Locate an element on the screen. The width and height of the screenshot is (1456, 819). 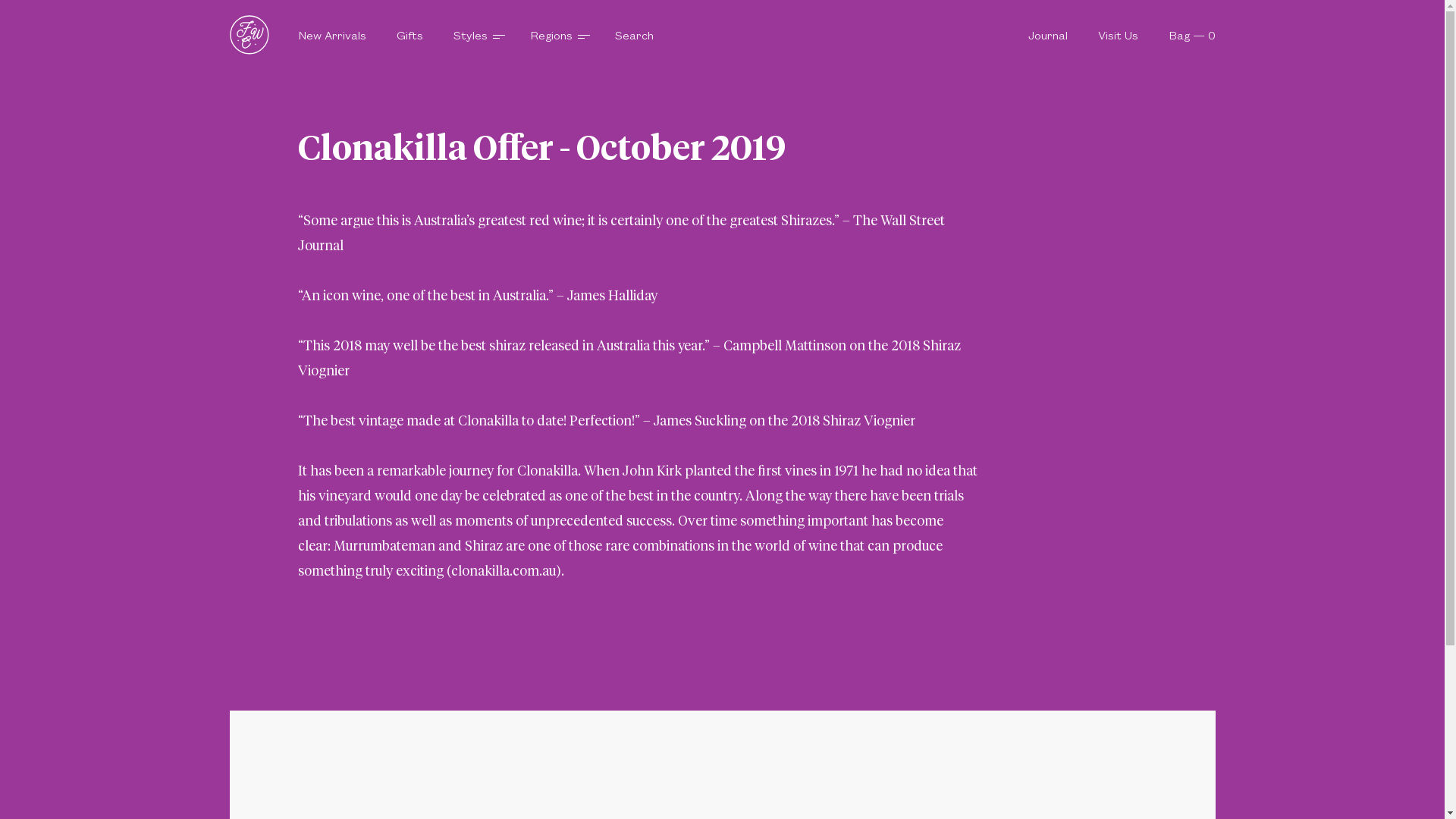
'Gifts' is located at coordinates (409, 34).